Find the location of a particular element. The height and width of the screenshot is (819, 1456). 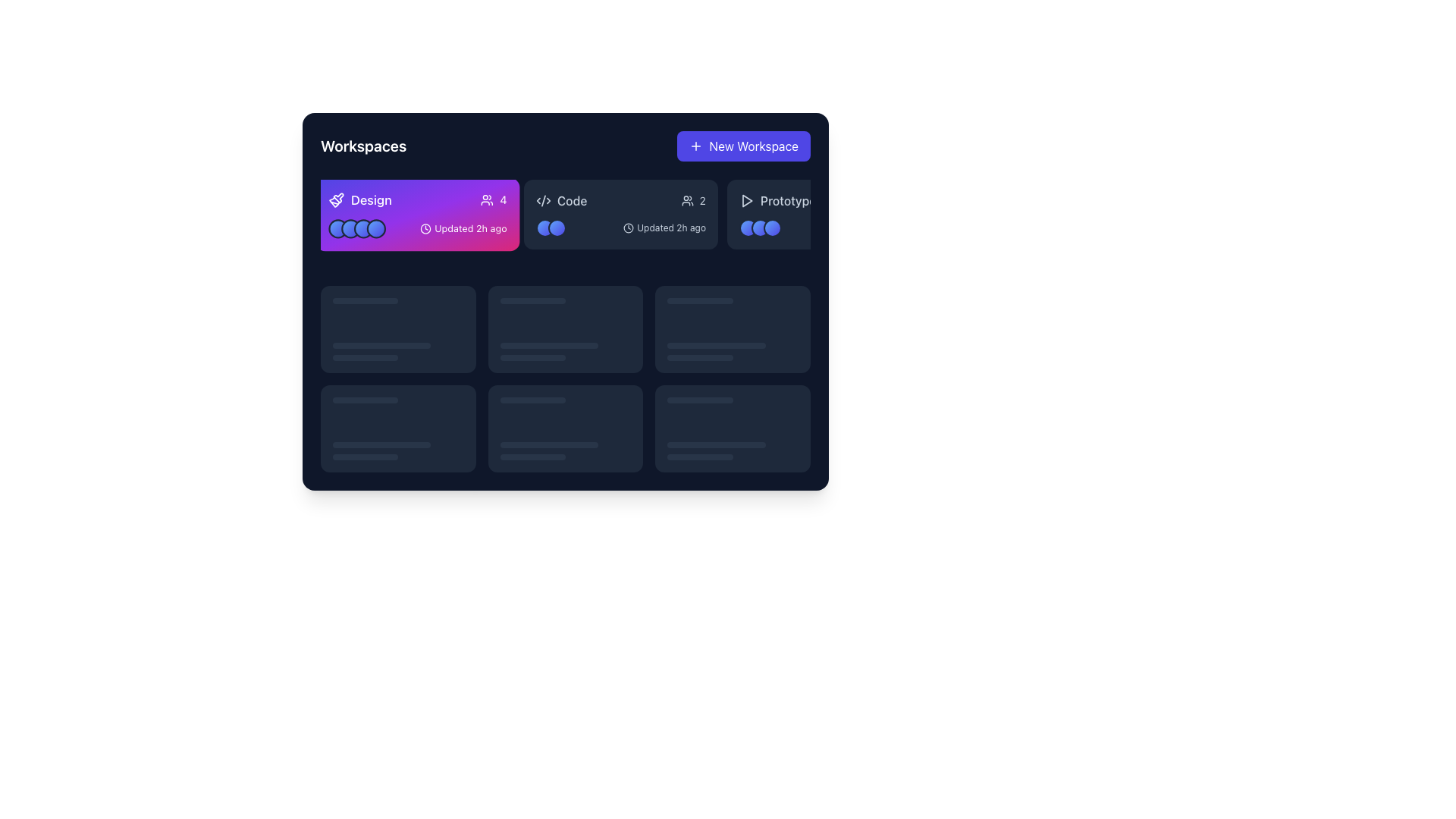

grouped visual indicator composed of three overlapping circular icons located to the left of the 'Updated 2h ago' timestamp in the Prototype workspace card is located at coordinates (761, 227).